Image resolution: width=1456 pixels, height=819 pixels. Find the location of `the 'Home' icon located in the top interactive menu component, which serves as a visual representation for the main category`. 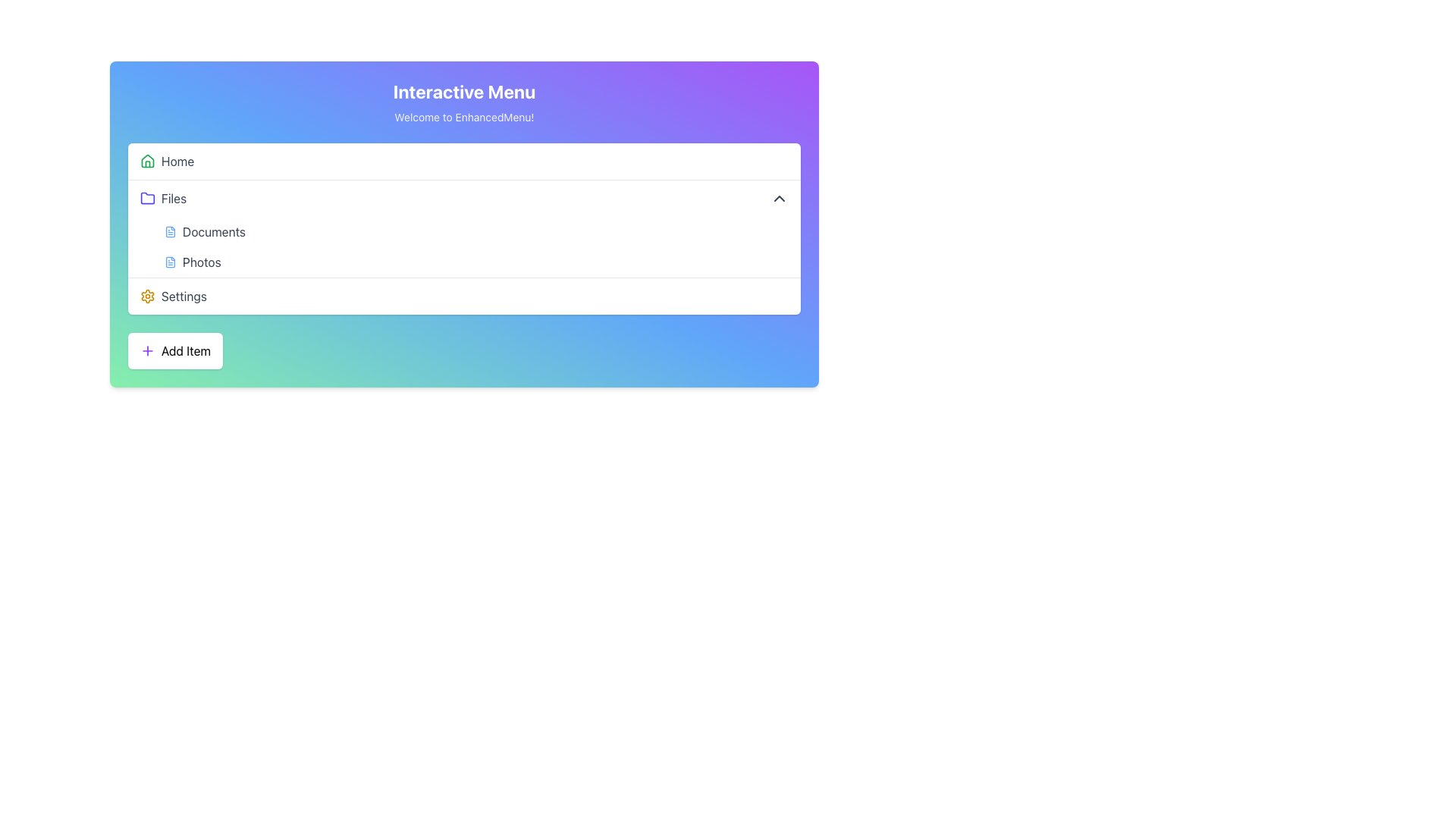

the 'Home' icon located in the top interactive menu component, which serves as a visual representation for the main category is located at coordinates (148, 161).